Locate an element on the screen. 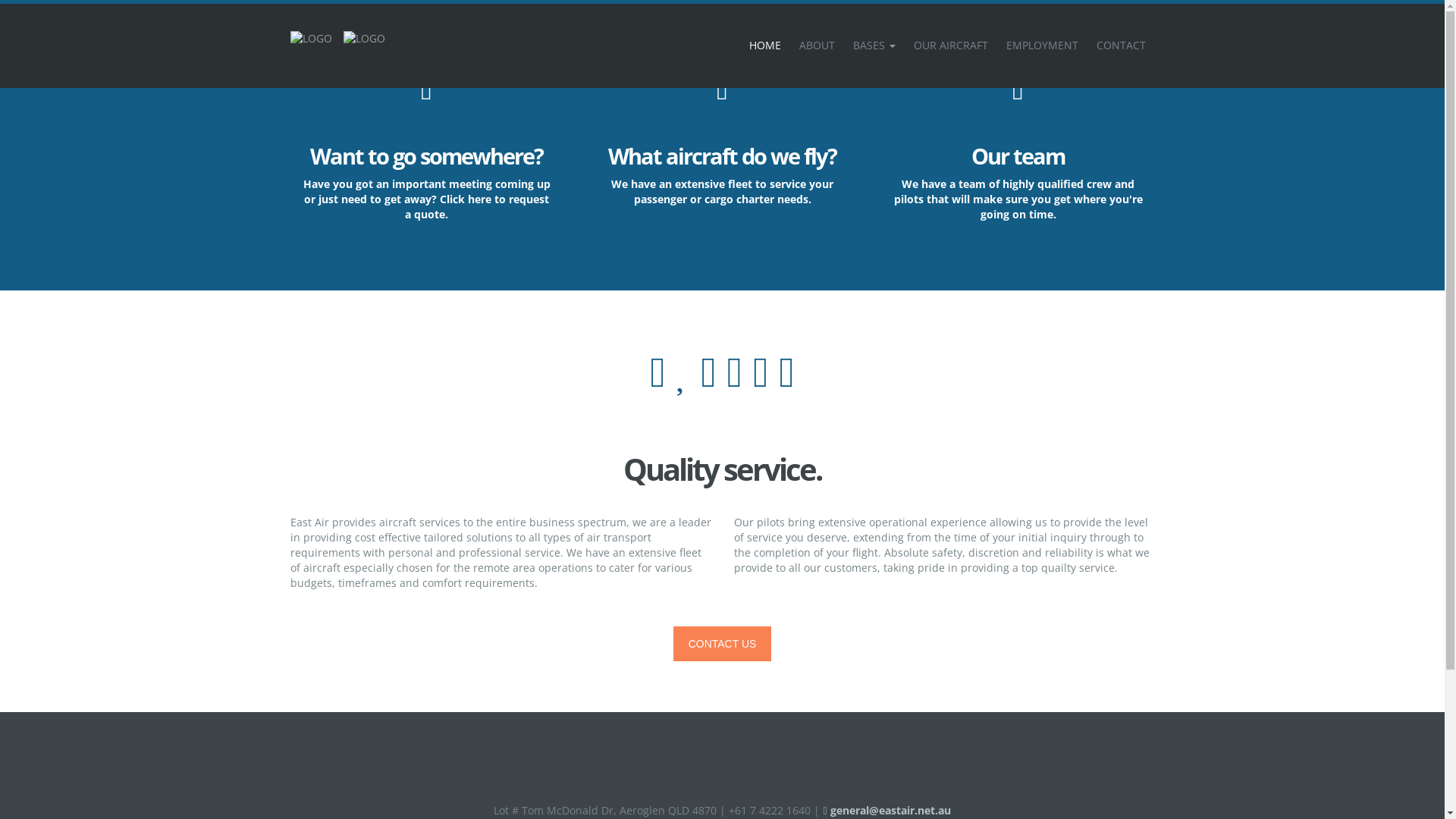 The height and width of the screenshot is (819, 1456). 'general@eastair.net.au' is located at coordinates (821, 809).